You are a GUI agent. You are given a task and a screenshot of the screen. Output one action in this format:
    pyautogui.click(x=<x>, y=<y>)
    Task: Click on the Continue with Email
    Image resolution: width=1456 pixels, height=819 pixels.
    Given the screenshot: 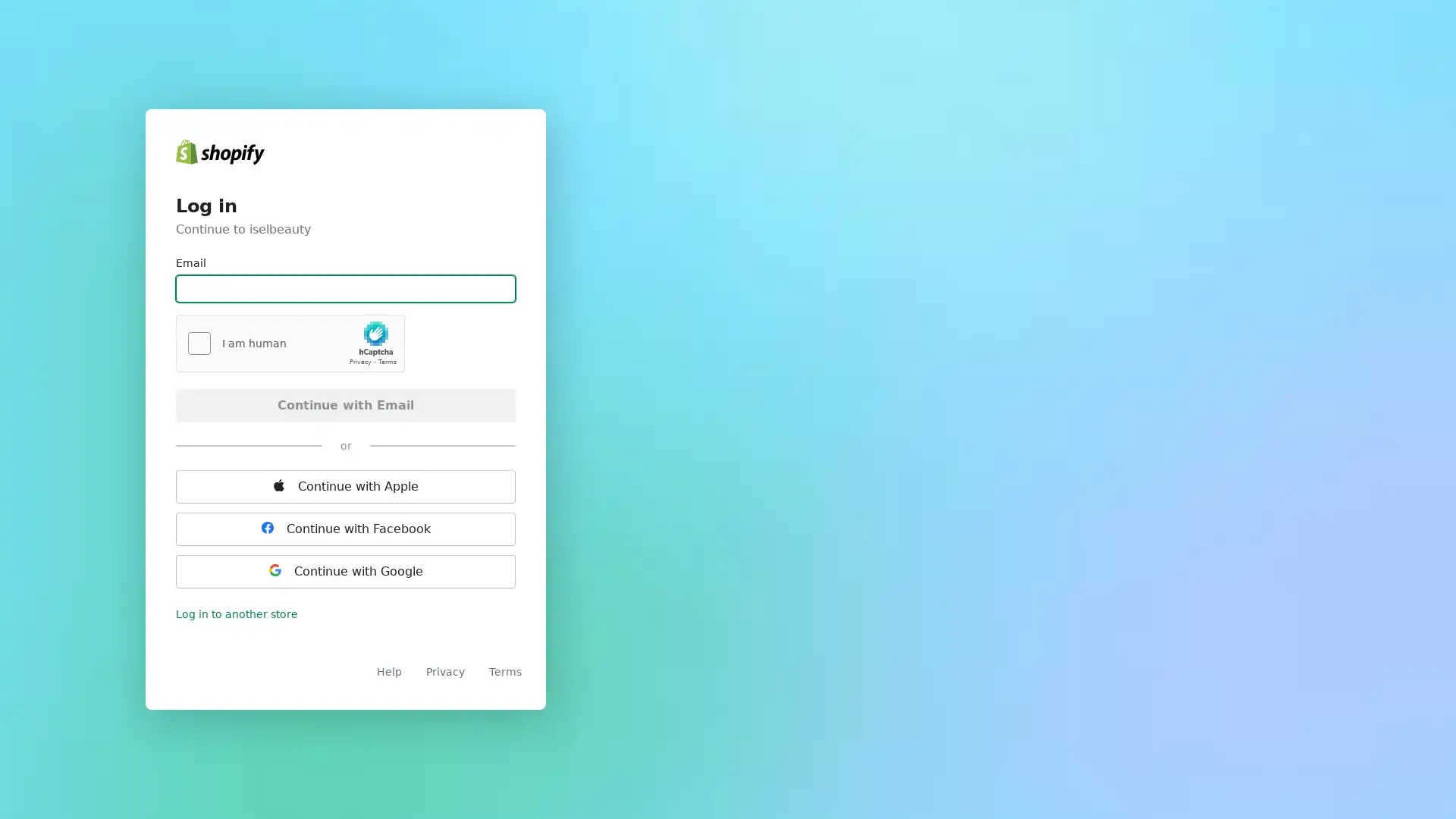 What is the action you would take?
    pyautogui.click(x=345, y=403)
    